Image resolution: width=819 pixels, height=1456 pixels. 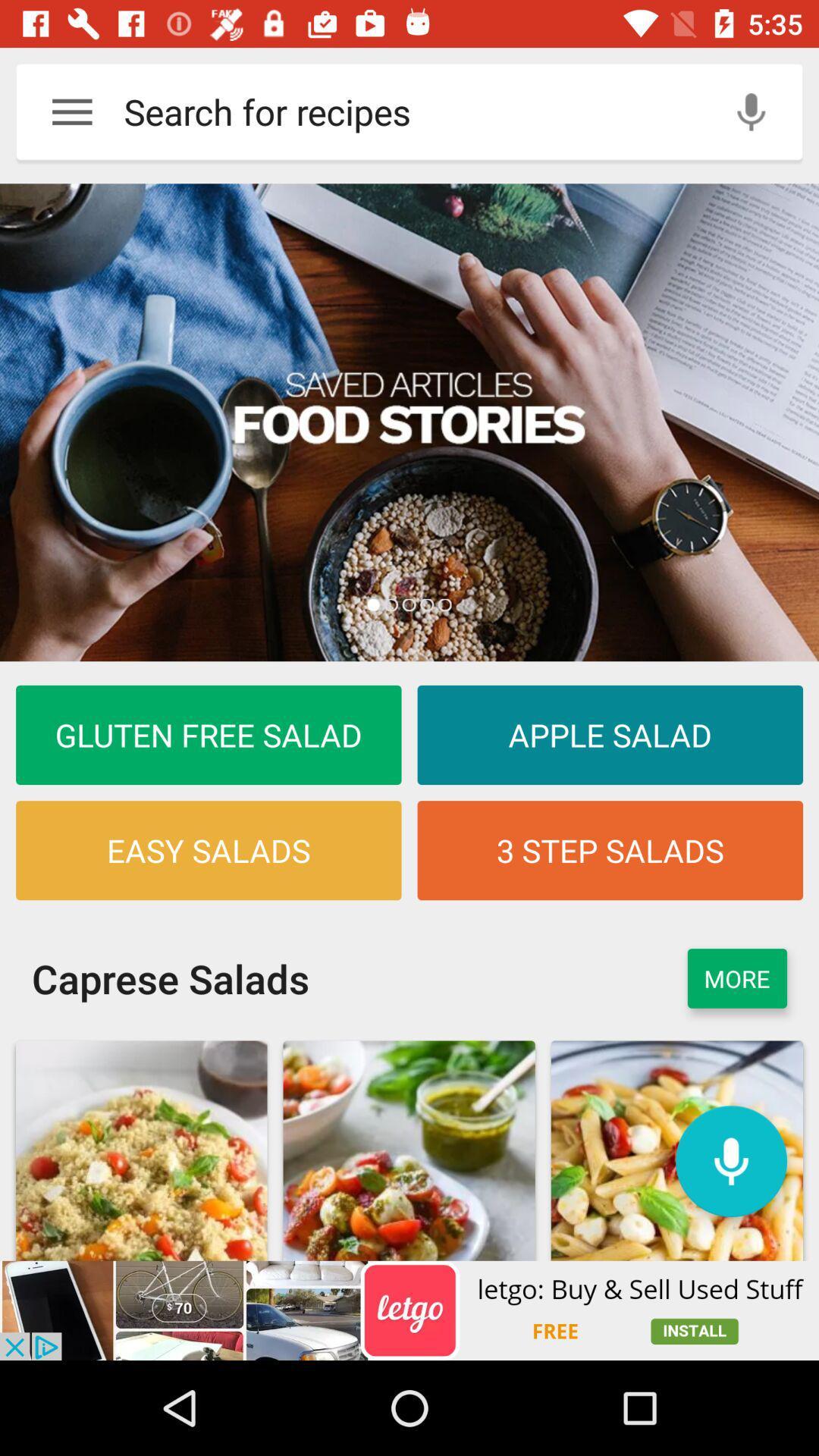 What do you see at coordinates (730, 1160) in the screenshot?
I see `the microphone icon` at bounding box center [730, 1160].